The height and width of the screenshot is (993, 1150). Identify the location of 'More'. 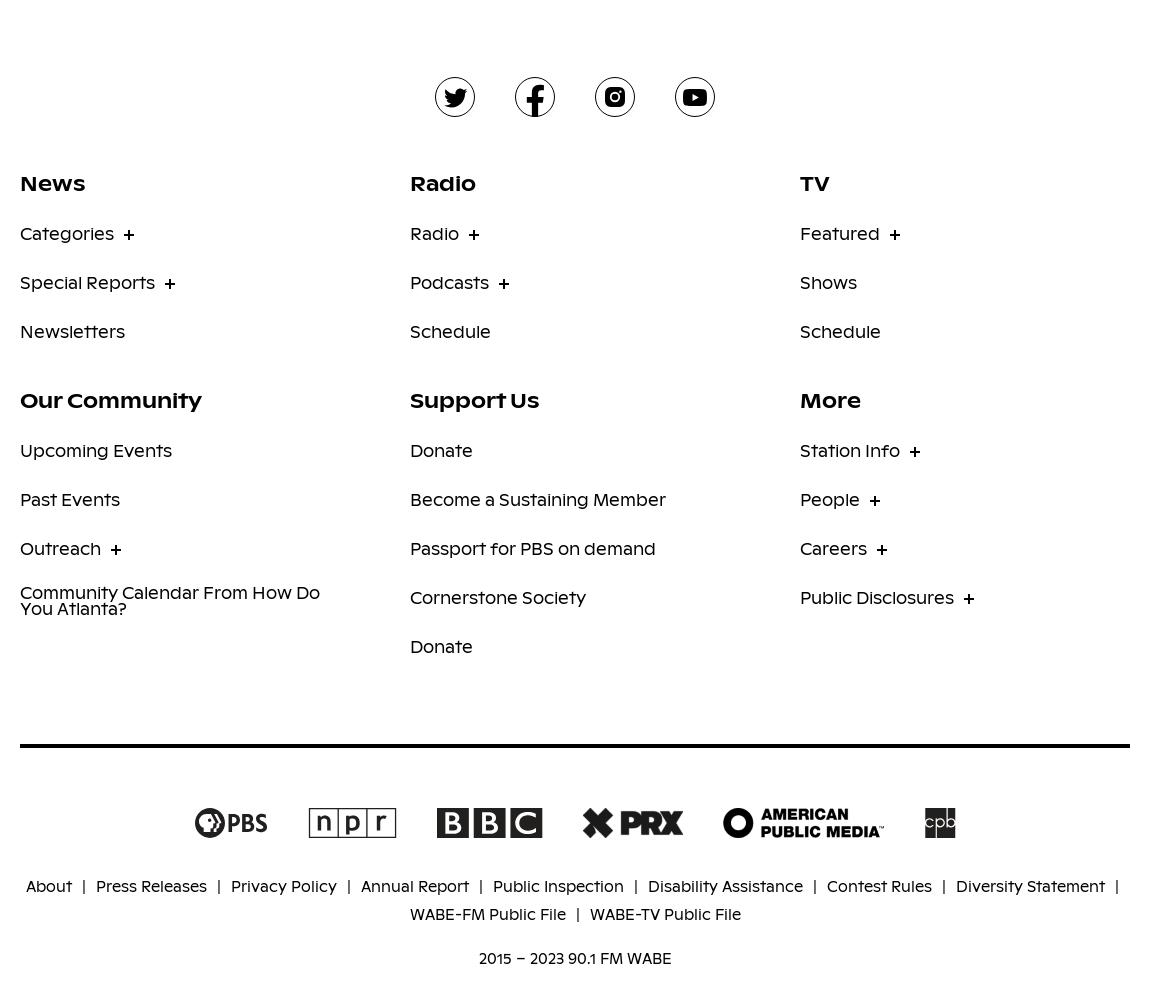
(829, 398).